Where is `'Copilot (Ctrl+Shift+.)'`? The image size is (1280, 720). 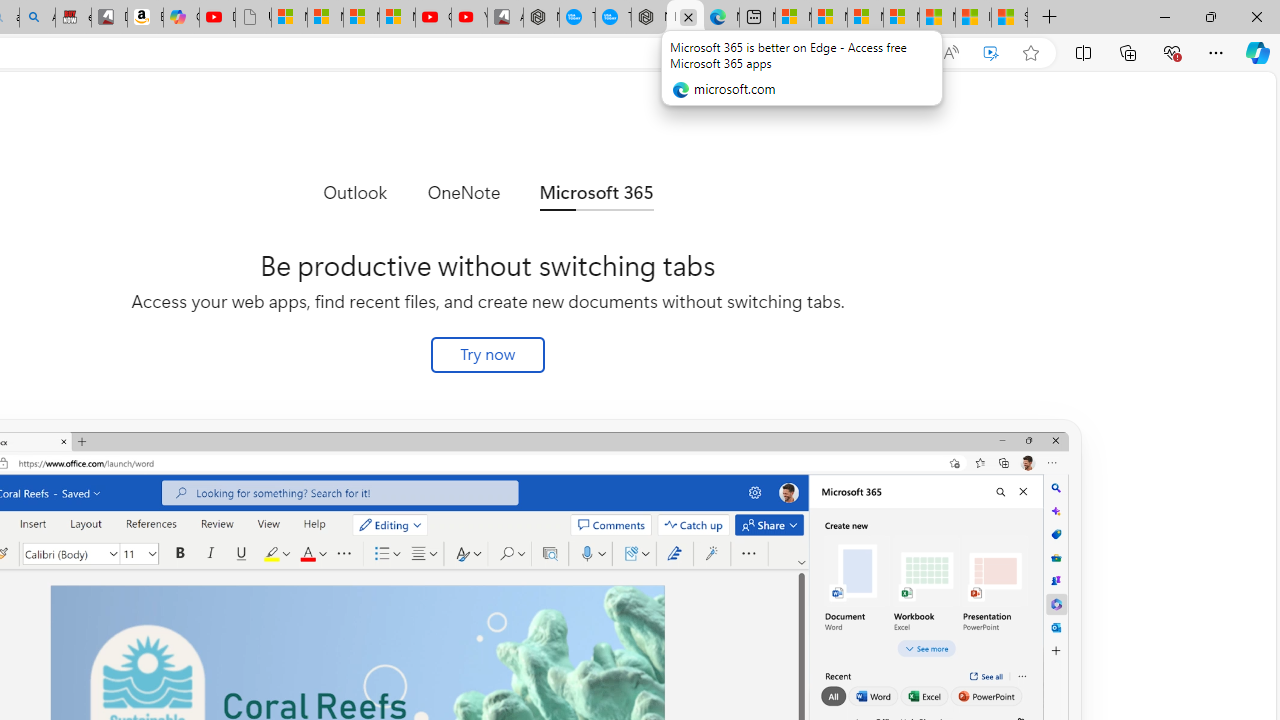
'Copilot (Ctrl+Shift+.)' is located at coordinates (1257, 51).